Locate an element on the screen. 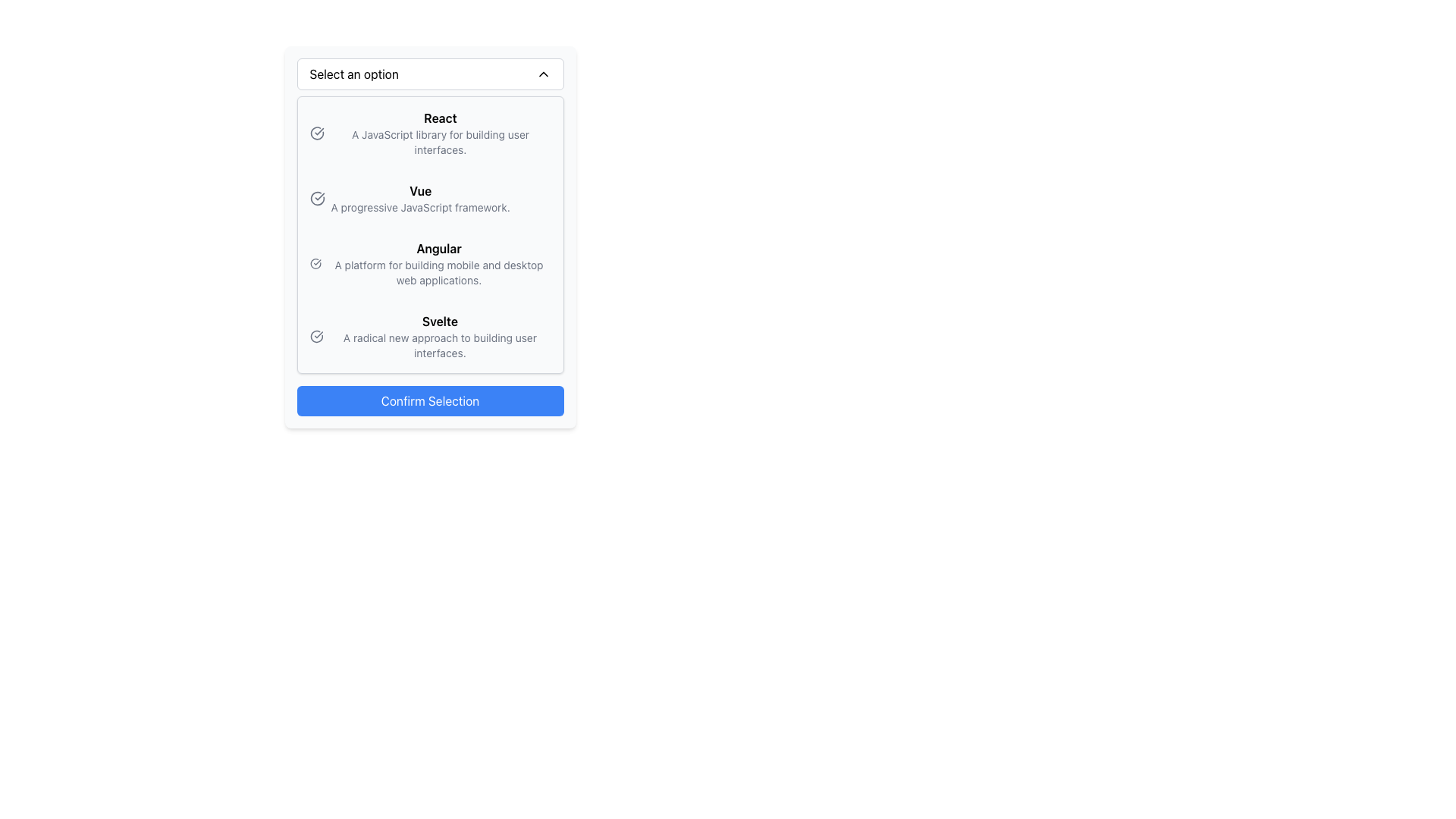 This screenshot has width=1456, height=819. the selection indicator or checkmark icon located to the left of the text 'Vue' is located at coordinates (316, 198).